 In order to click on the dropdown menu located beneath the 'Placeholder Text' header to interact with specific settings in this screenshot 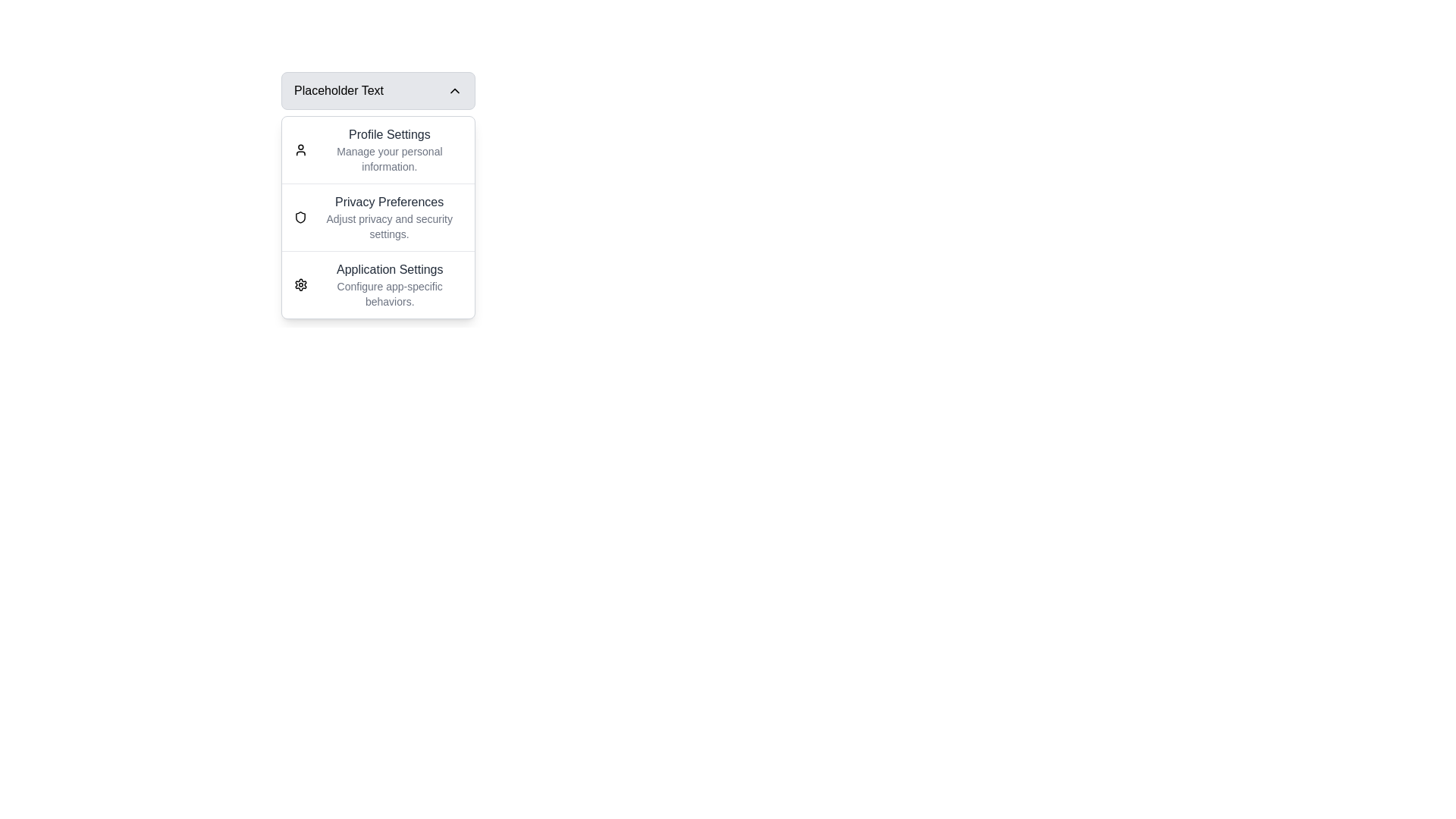, I will do `click(378, 217)`.